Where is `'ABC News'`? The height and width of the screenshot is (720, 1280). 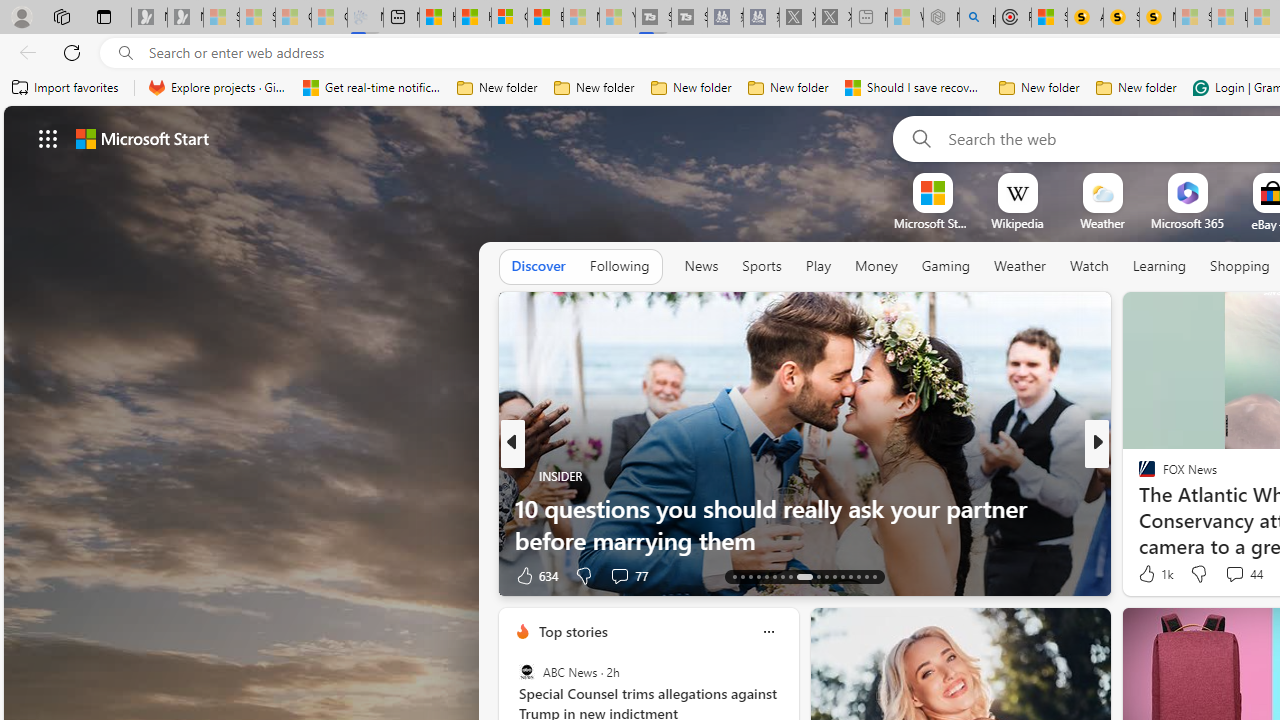 'ABC News' is located at coordinates (526, 672).